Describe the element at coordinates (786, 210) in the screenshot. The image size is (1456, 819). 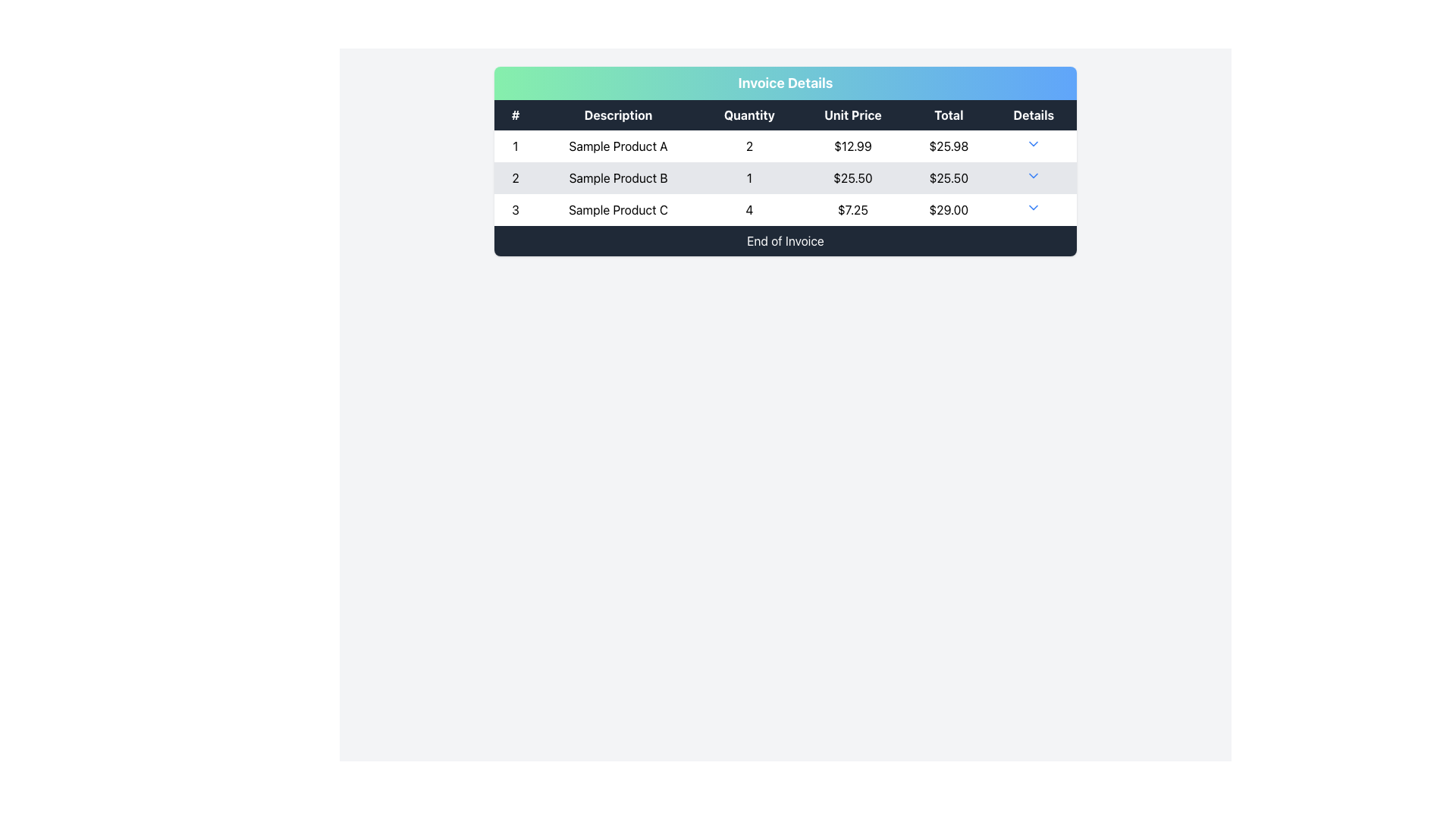
I see `the interactive dropdown indicator in the last row of the 'Invoice Details' table, specifically for 'Sample Product C'` at that location.